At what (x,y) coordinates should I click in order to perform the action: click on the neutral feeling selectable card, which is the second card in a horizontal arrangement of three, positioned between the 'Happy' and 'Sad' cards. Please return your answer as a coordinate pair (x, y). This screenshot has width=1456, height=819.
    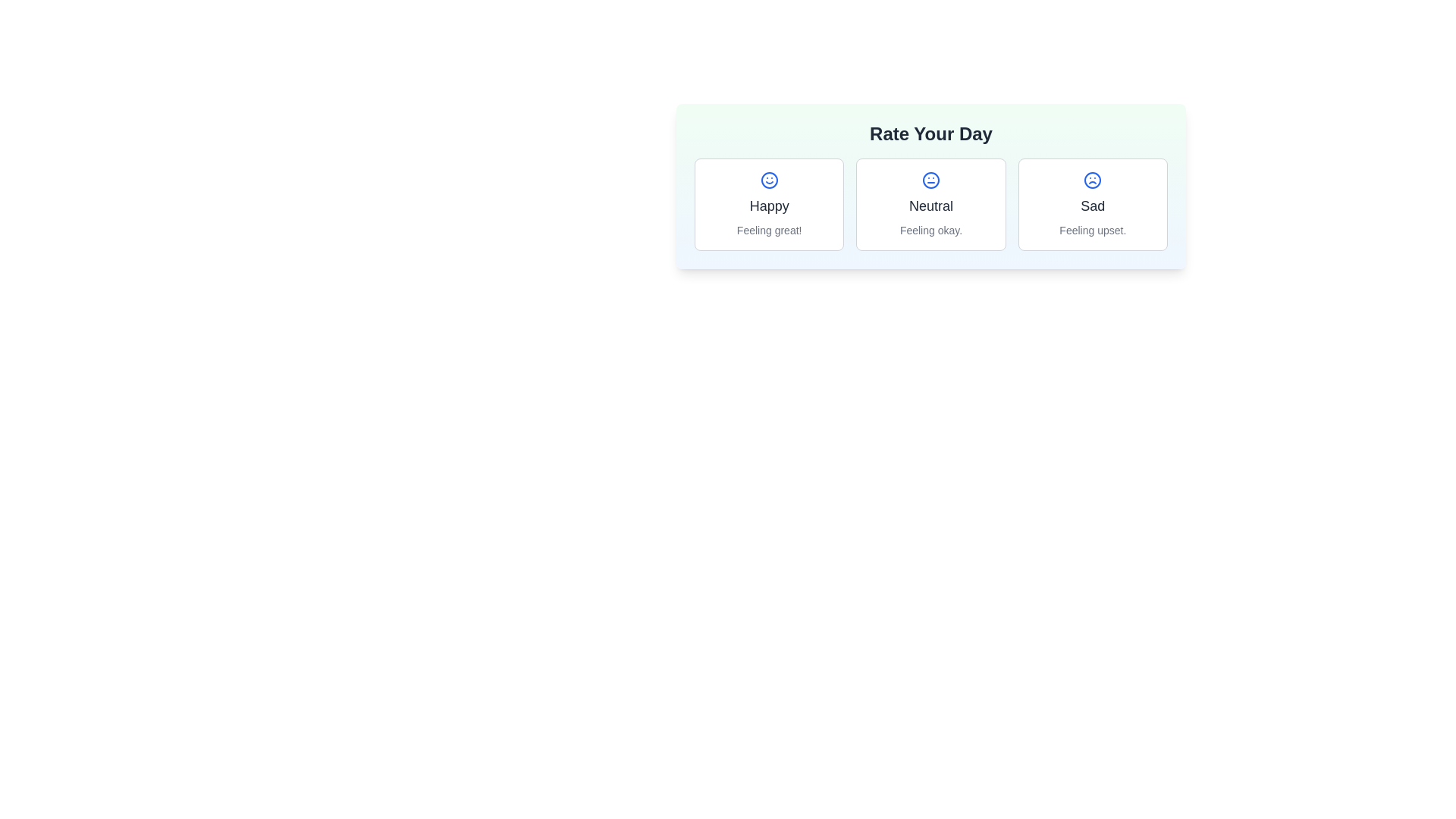
    Looking at the image, I should click on (930, 205).